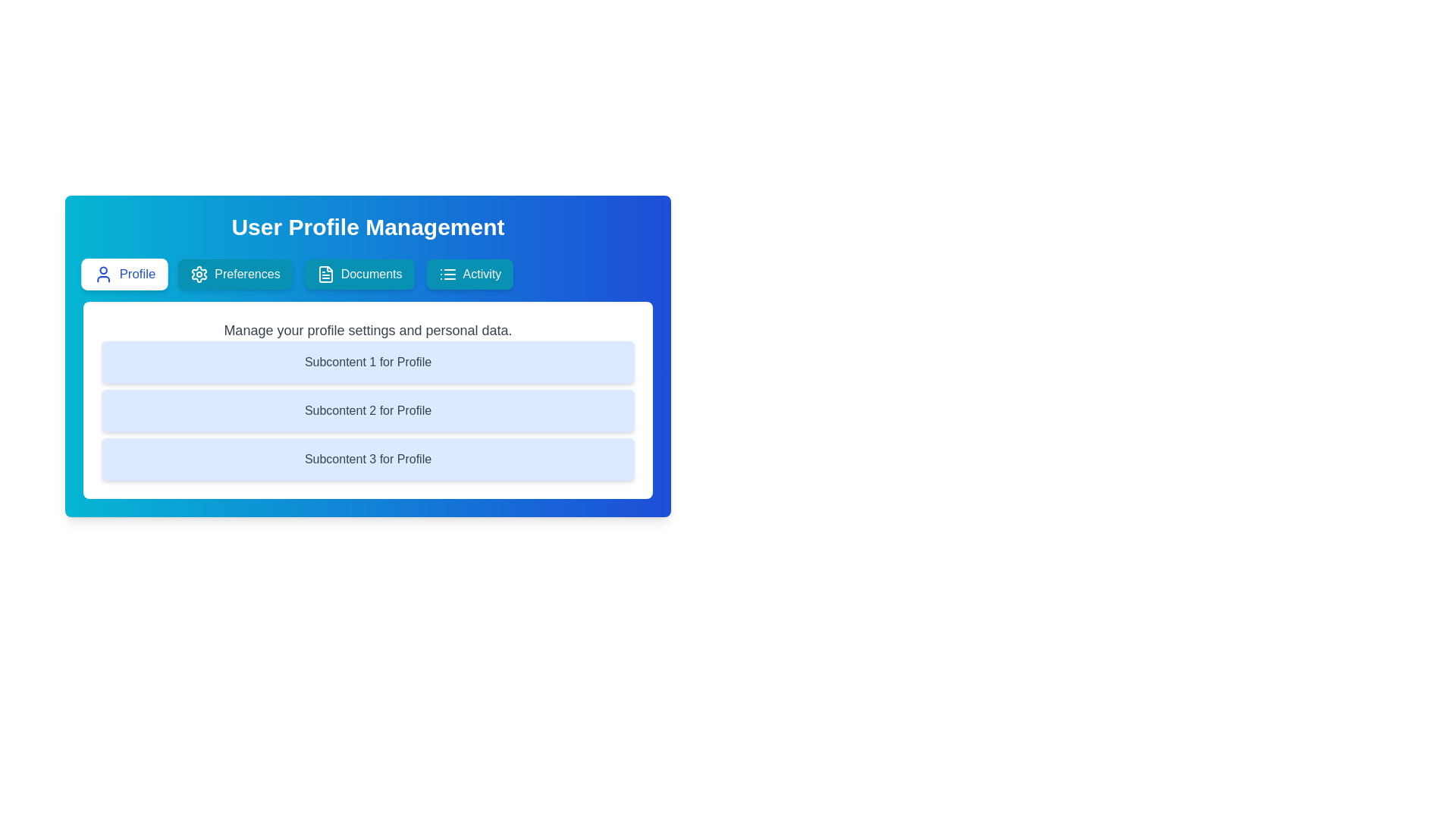 Image resolution: width=1456 pixels, height=819 pixels. What do you see at coordinates (368, 411) in the screenshot?
I see `the static text display box that serves as a subcontent section for user profile information, positioned between 'Subcontent 1 for Profile' and 'Subcontent 3 for Profile', under the heading 'Manage your profile settings and personal data'` at bounding box center [368, 411].